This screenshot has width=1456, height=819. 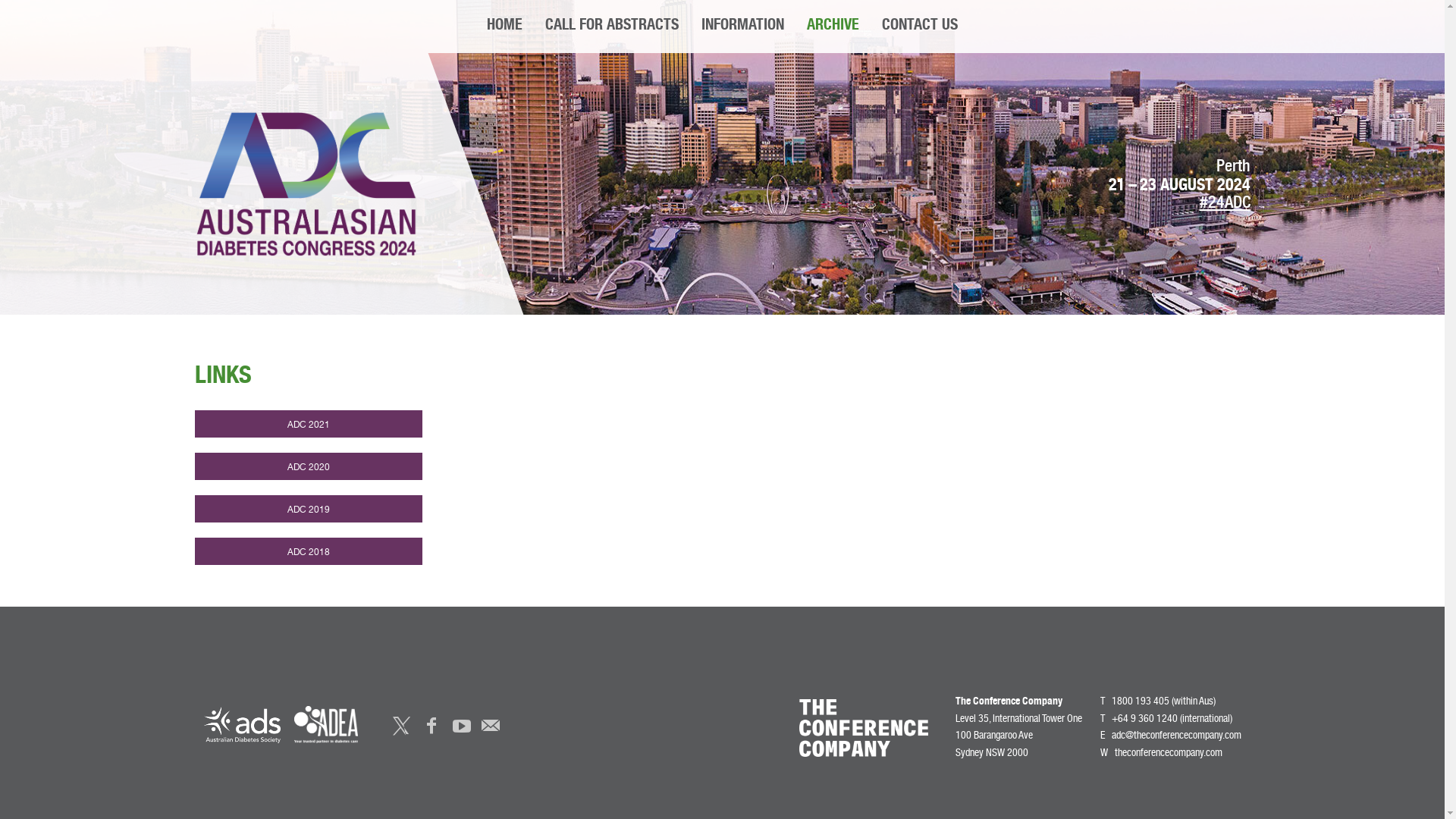 What do you see at coordinates (1225, 203) in the screenshot?
I see `'#24ADC'` at bounding box center [1225, 203].